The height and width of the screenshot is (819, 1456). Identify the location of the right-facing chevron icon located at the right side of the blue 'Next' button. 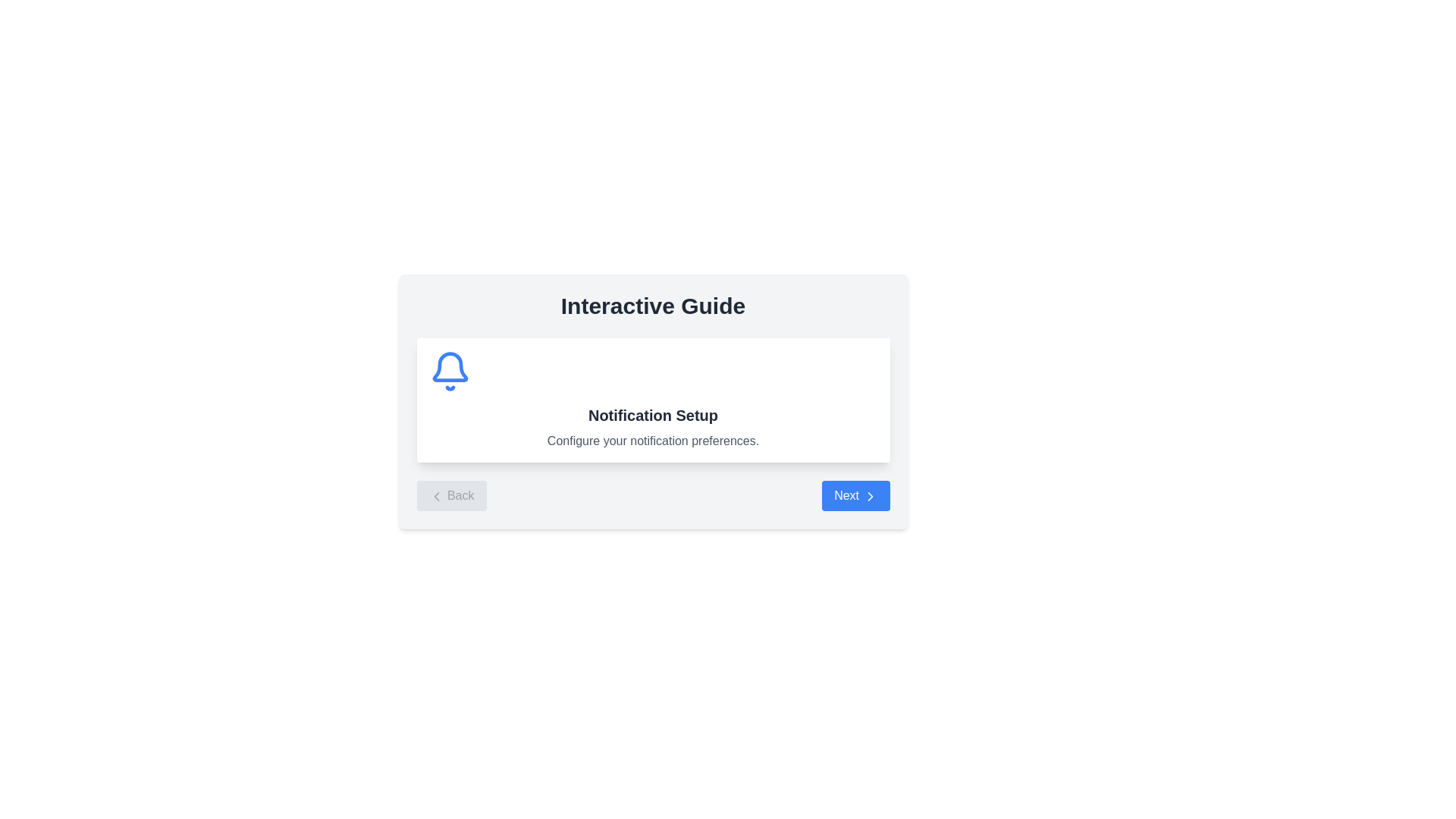
(870, 496).